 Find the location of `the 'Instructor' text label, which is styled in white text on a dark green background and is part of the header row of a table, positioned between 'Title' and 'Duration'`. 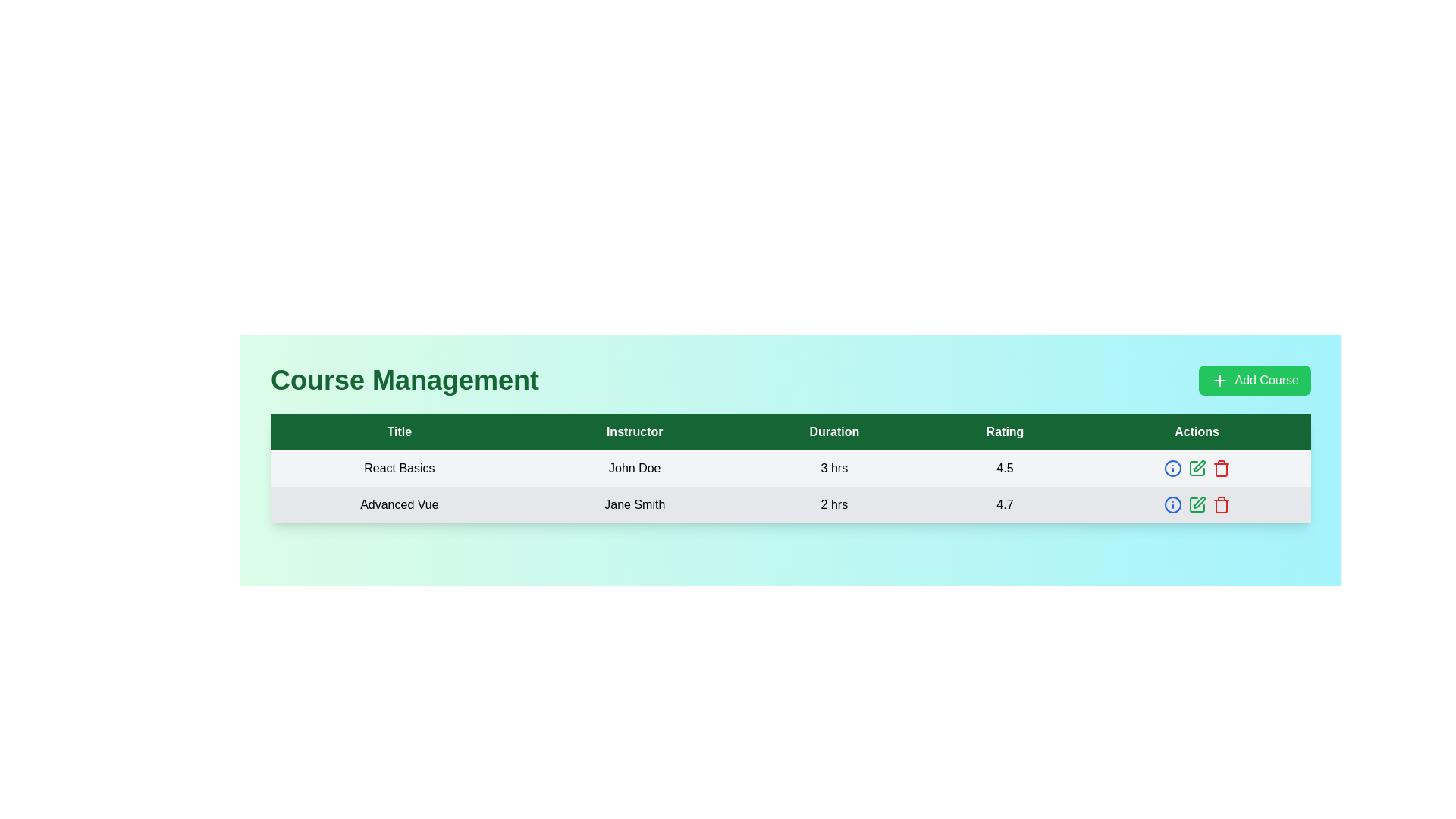

the 'Instructor' text label, which is styled in white text on a dark green background and is part of the header row of a table, positioned between 'Title' and 'Duration' is located at coordinates (635, 432).